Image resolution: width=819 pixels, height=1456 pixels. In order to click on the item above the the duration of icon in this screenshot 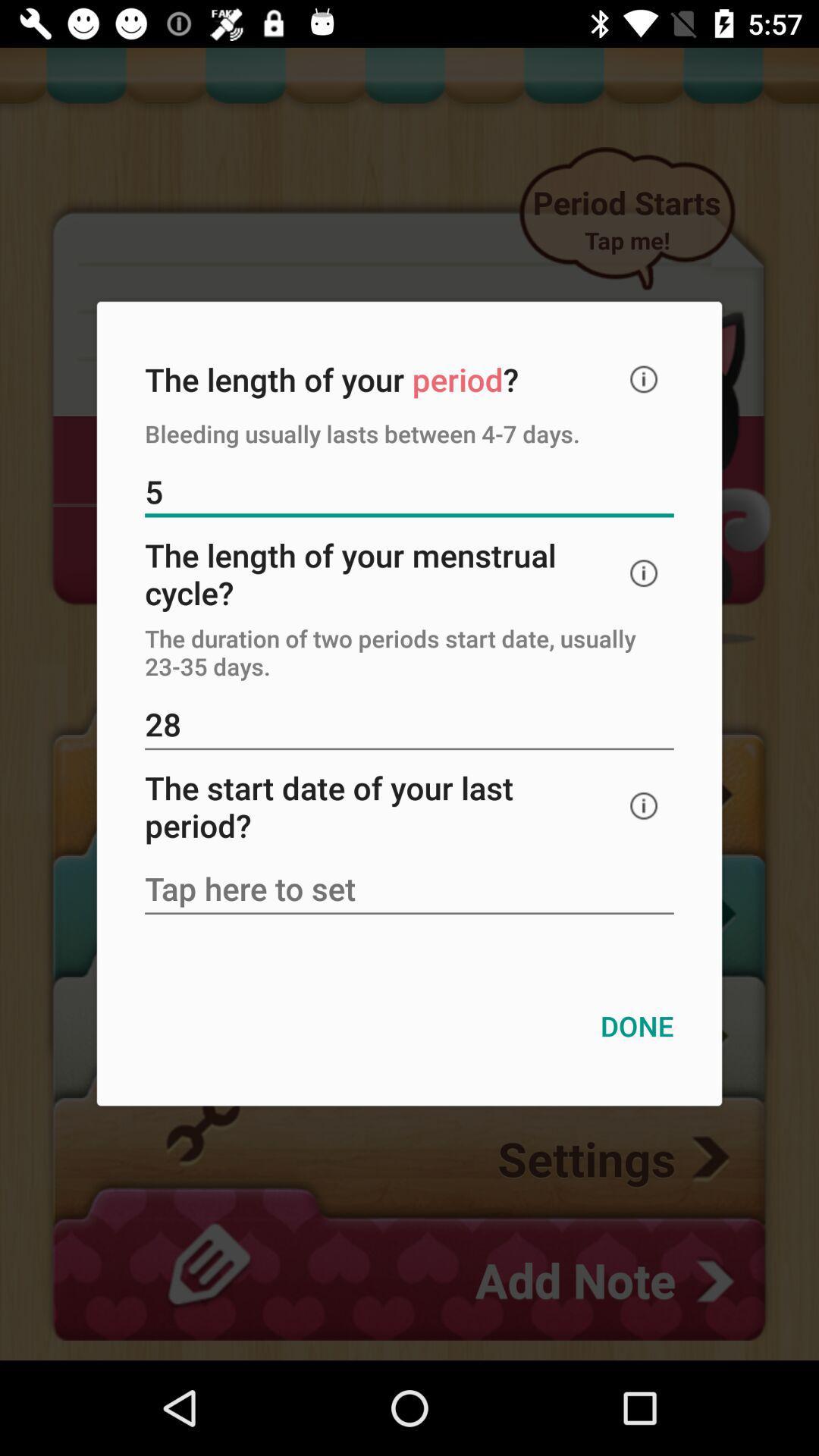, I will do `click(644, 573)`.